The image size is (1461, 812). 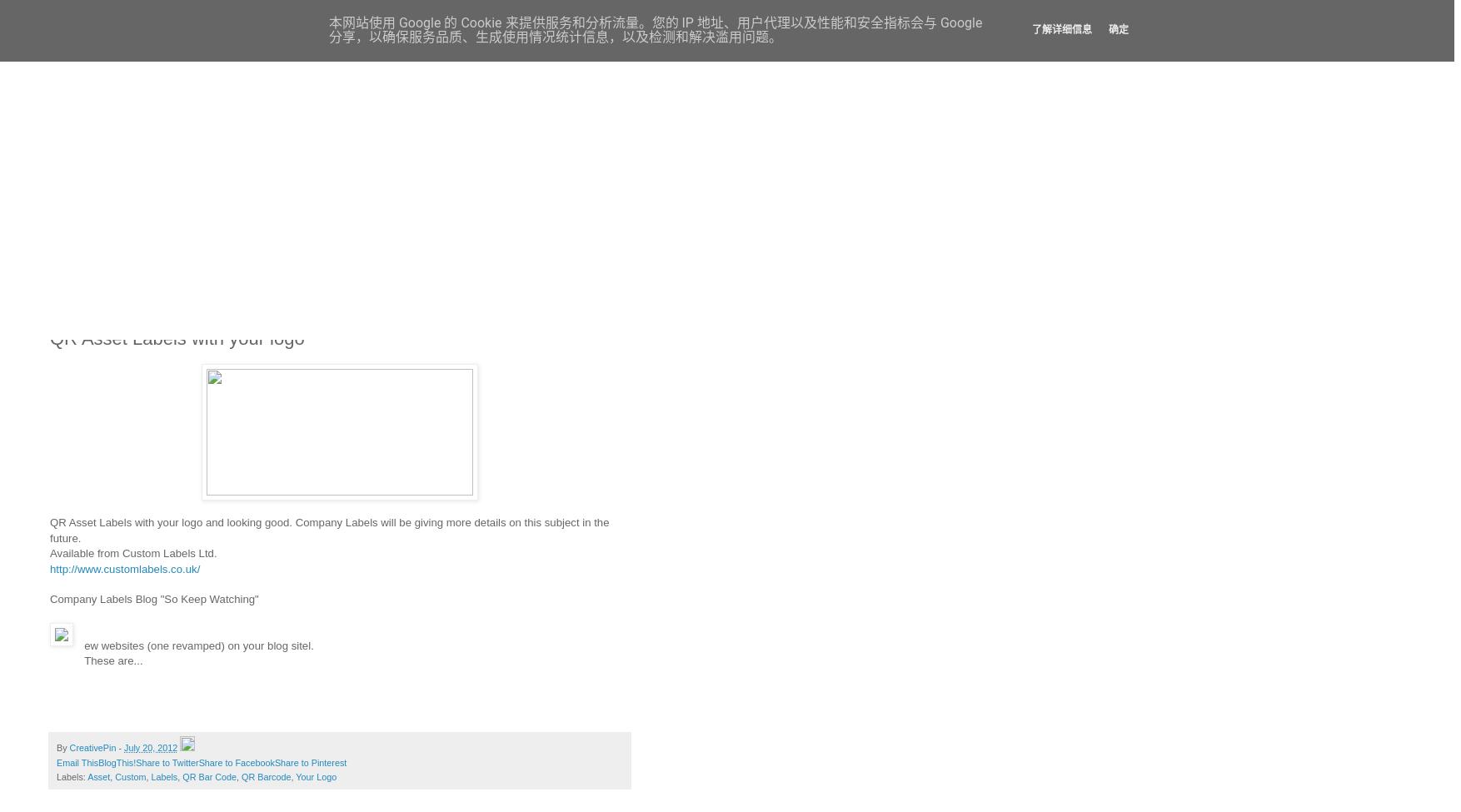 What do you see at coordinates (72, 775) in the screenshot?
I see `'Labels:'` at bounding box center [72, 775].